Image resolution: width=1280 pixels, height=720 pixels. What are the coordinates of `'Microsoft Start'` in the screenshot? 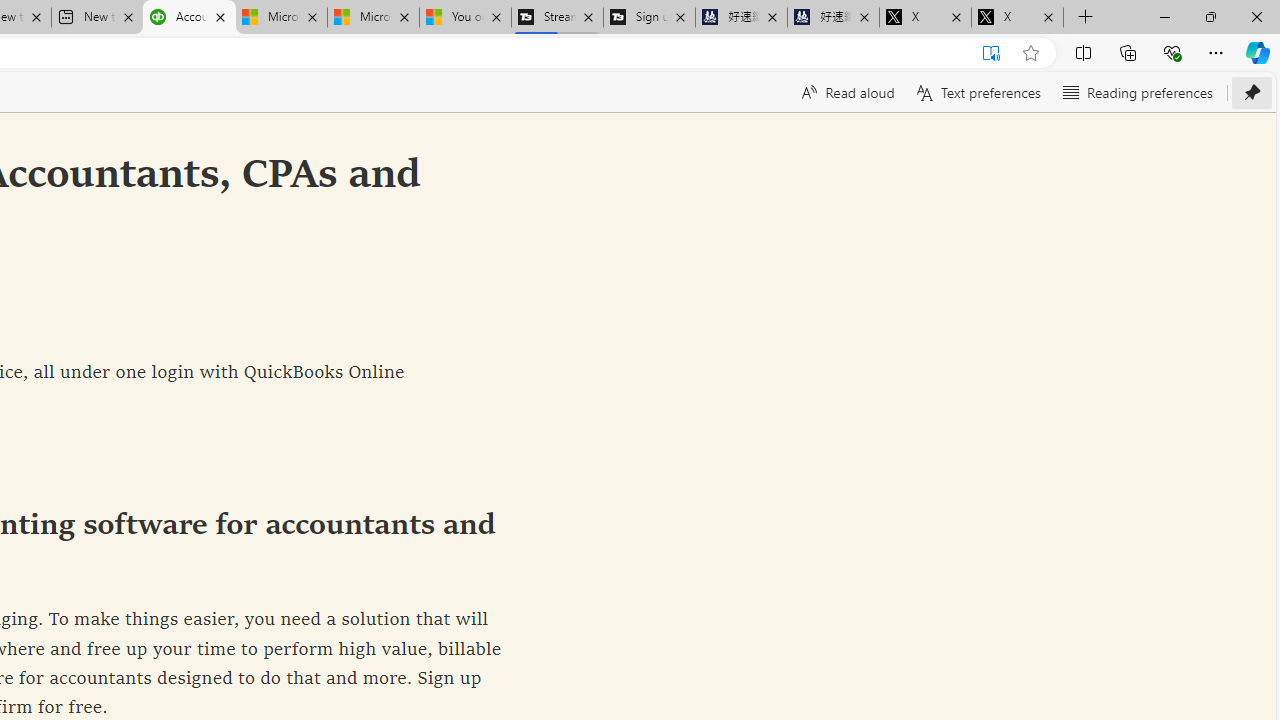 It's located at (373, 17).